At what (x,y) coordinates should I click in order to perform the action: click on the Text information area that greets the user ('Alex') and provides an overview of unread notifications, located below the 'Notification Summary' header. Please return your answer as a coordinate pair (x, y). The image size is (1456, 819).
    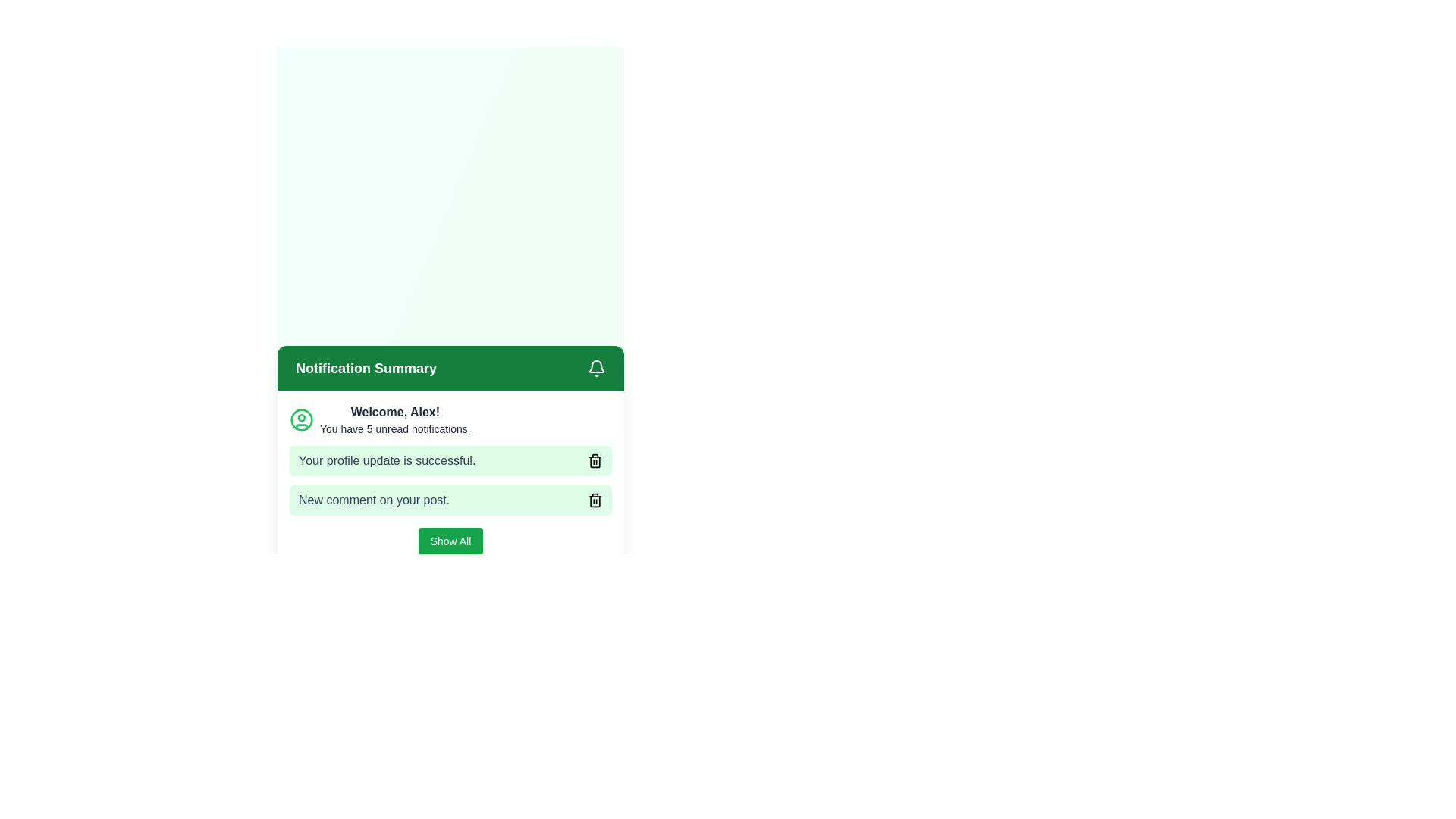
    Looking at the image, I should click on (395, 420).